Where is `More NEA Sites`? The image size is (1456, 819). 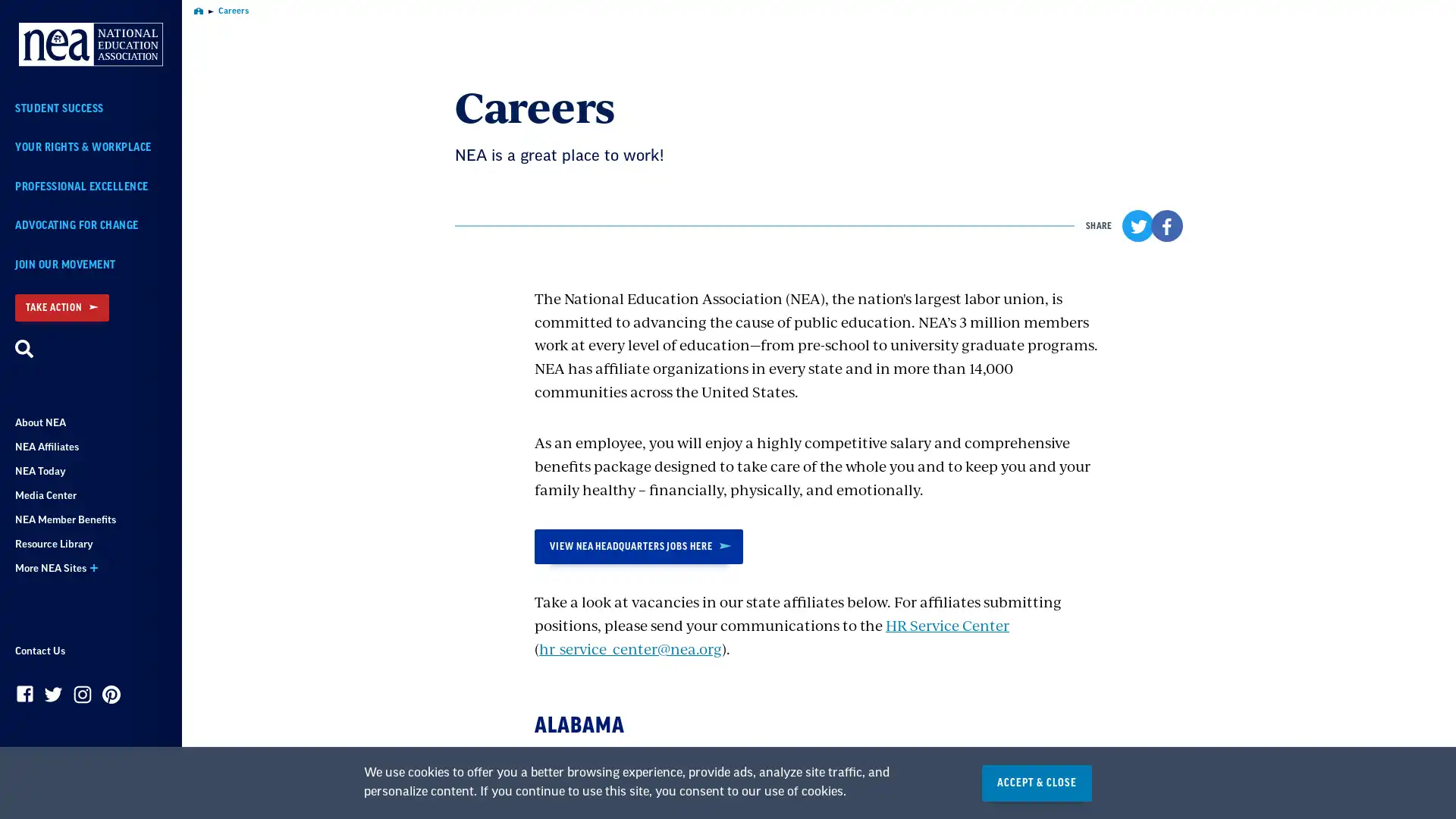
More NEA Sites is located at coordinates (90, 568).